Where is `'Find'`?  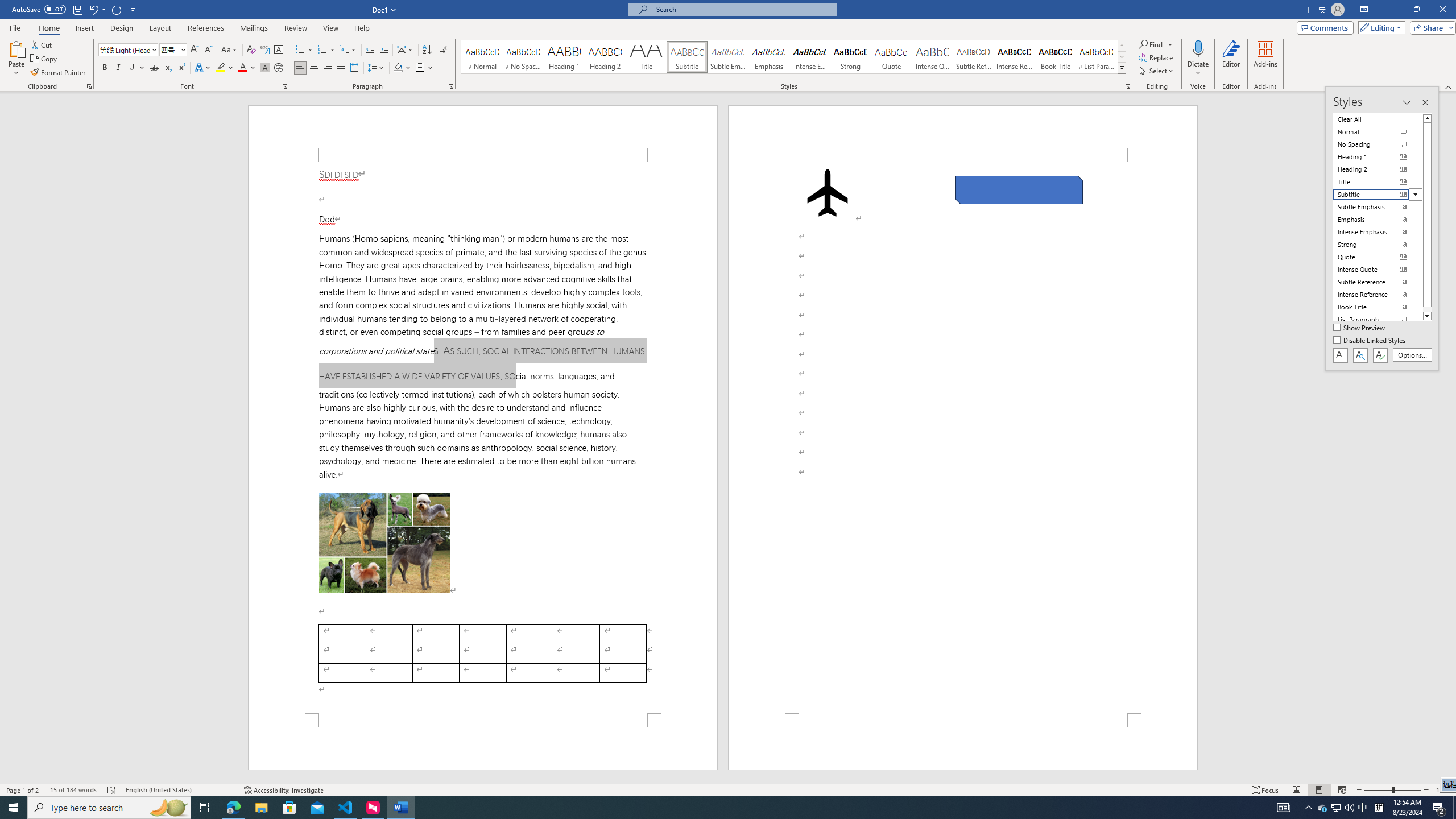
'Find' is located at coordinates (1151, 44).